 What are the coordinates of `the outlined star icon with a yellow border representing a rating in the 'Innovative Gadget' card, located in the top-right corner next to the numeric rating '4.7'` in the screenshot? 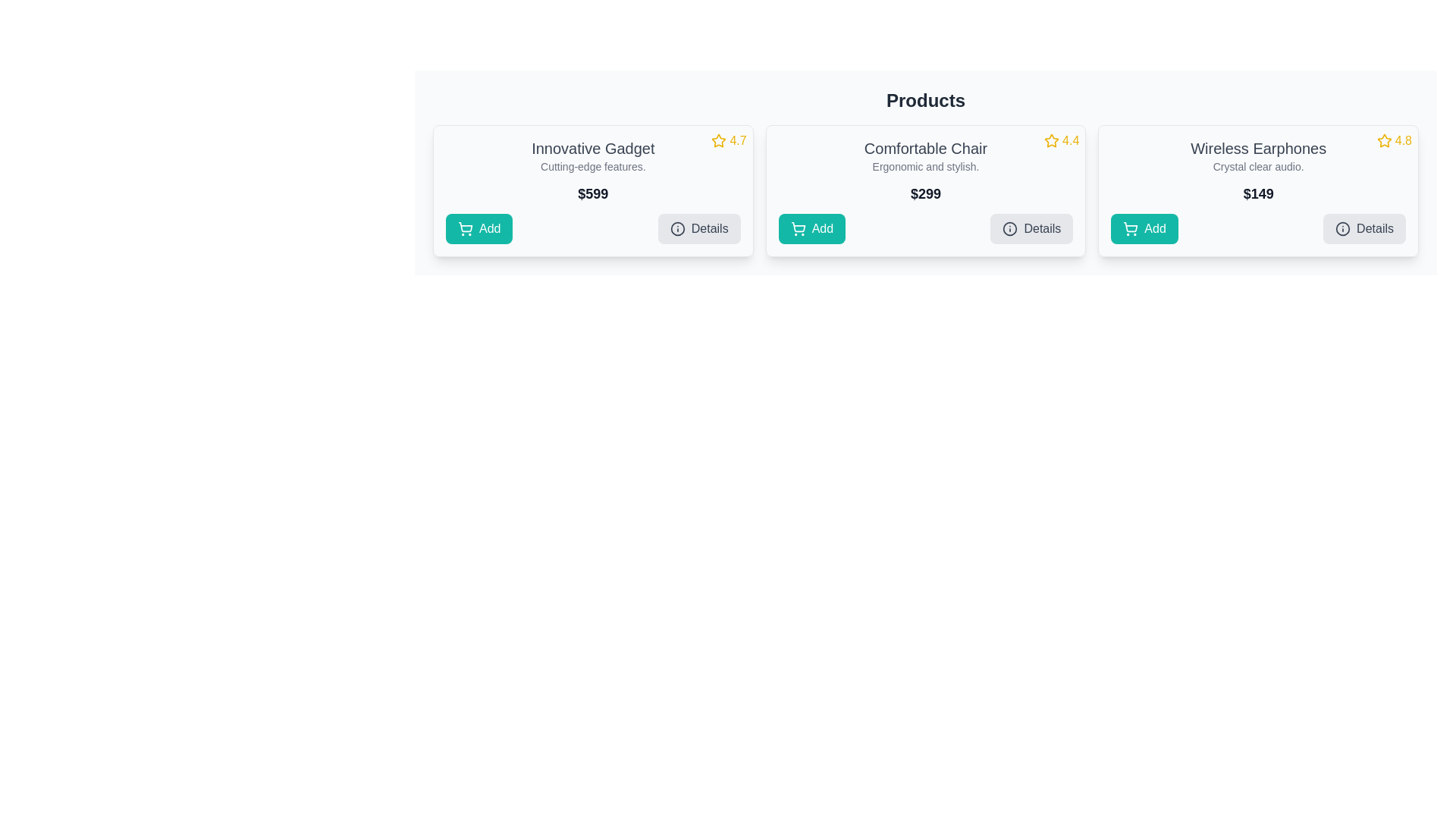 It's located at (718, 140).